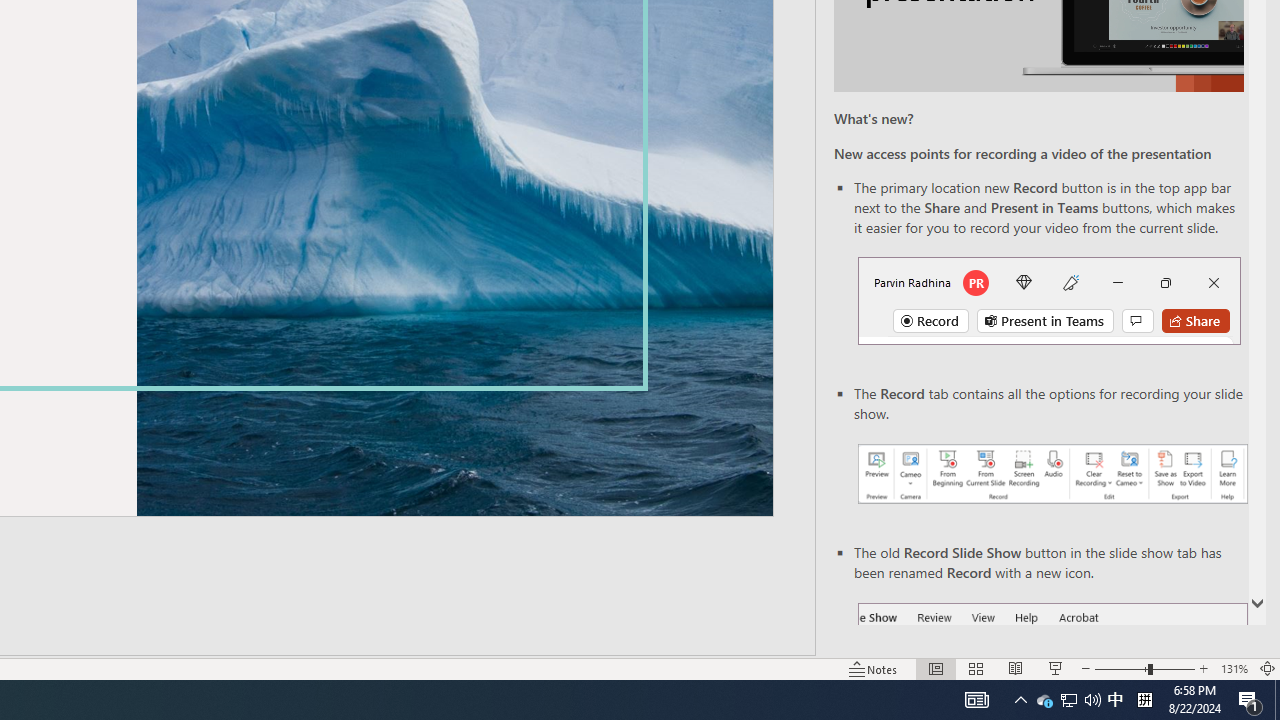 Image resolution: width=1280 pixels, height=720 pixels. I want to click on 'Zoom', so click(1144, 669).